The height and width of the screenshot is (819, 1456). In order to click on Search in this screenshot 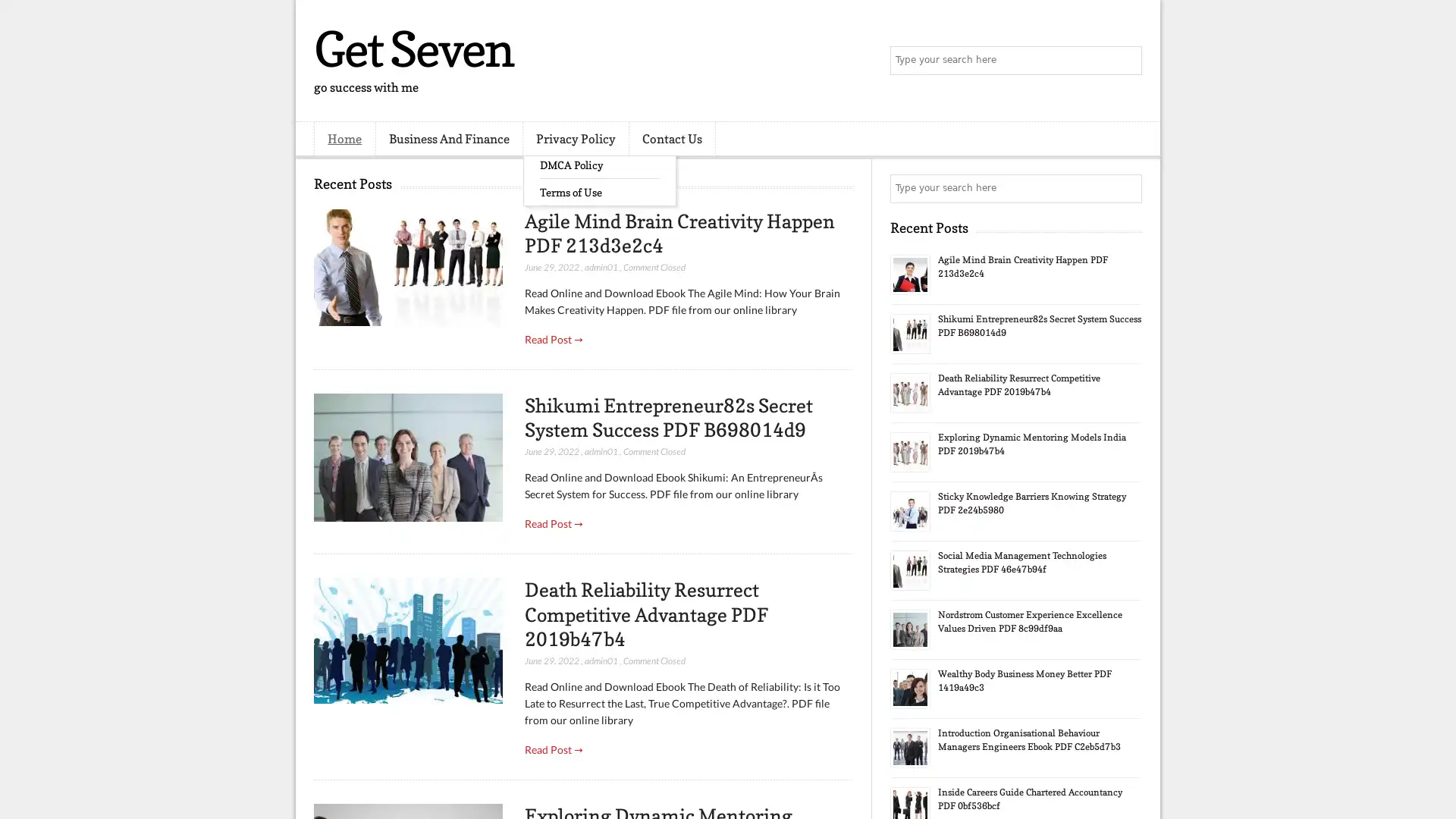, I will do `click(1126, 61)`.